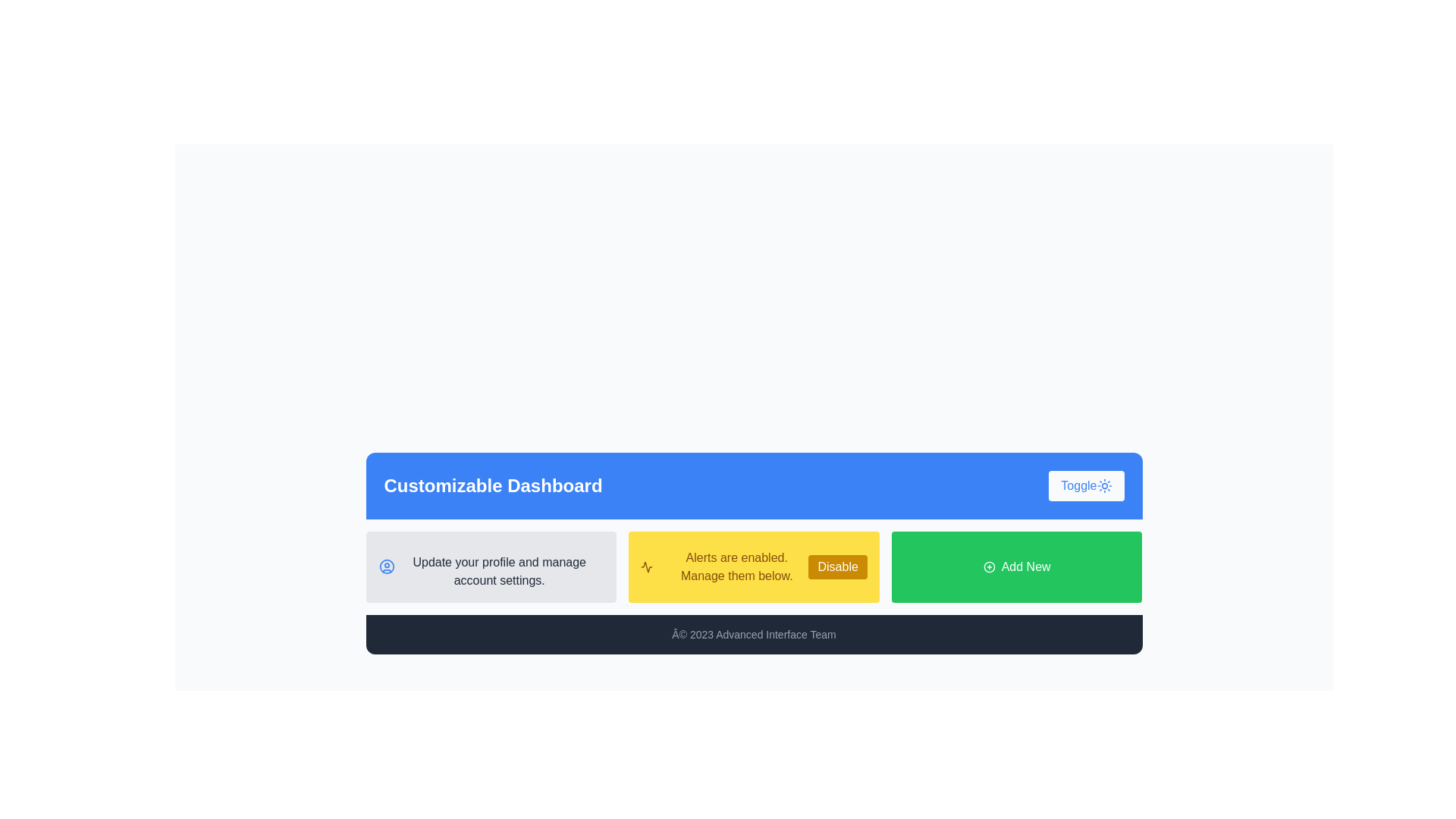 The width and height of the screenshot is (1456, 819). Describe the element at coordinates (754, 635) in the screenshot. I see `the footer bar containing the text '© 2023 Advanced Interface Team', which is styled in dark gray with rounded corners` at that location.